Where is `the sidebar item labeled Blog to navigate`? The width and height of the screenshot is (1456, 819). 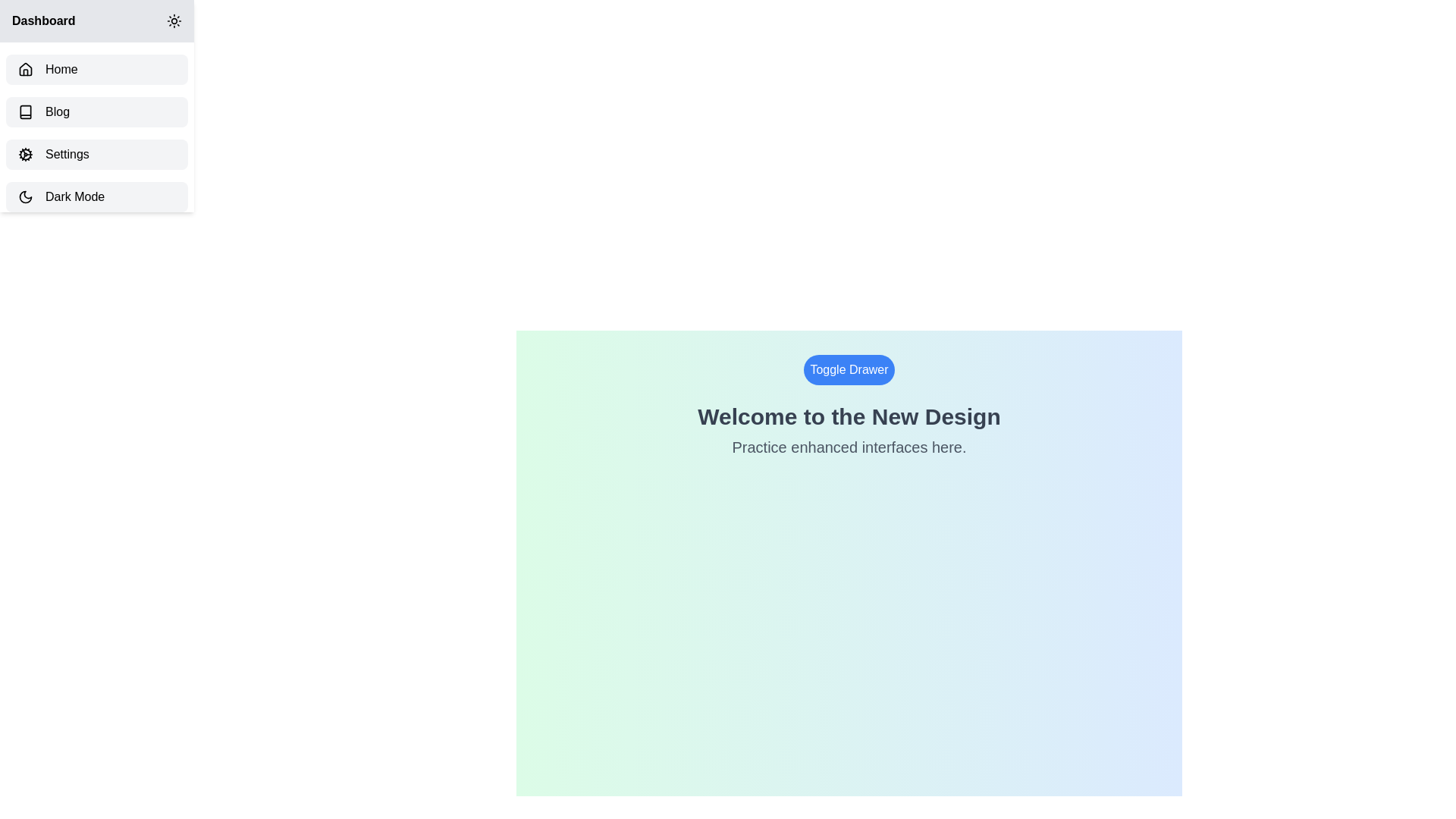
the sidebar item labeled Blog to navigate is located at coordinates (96, 111).